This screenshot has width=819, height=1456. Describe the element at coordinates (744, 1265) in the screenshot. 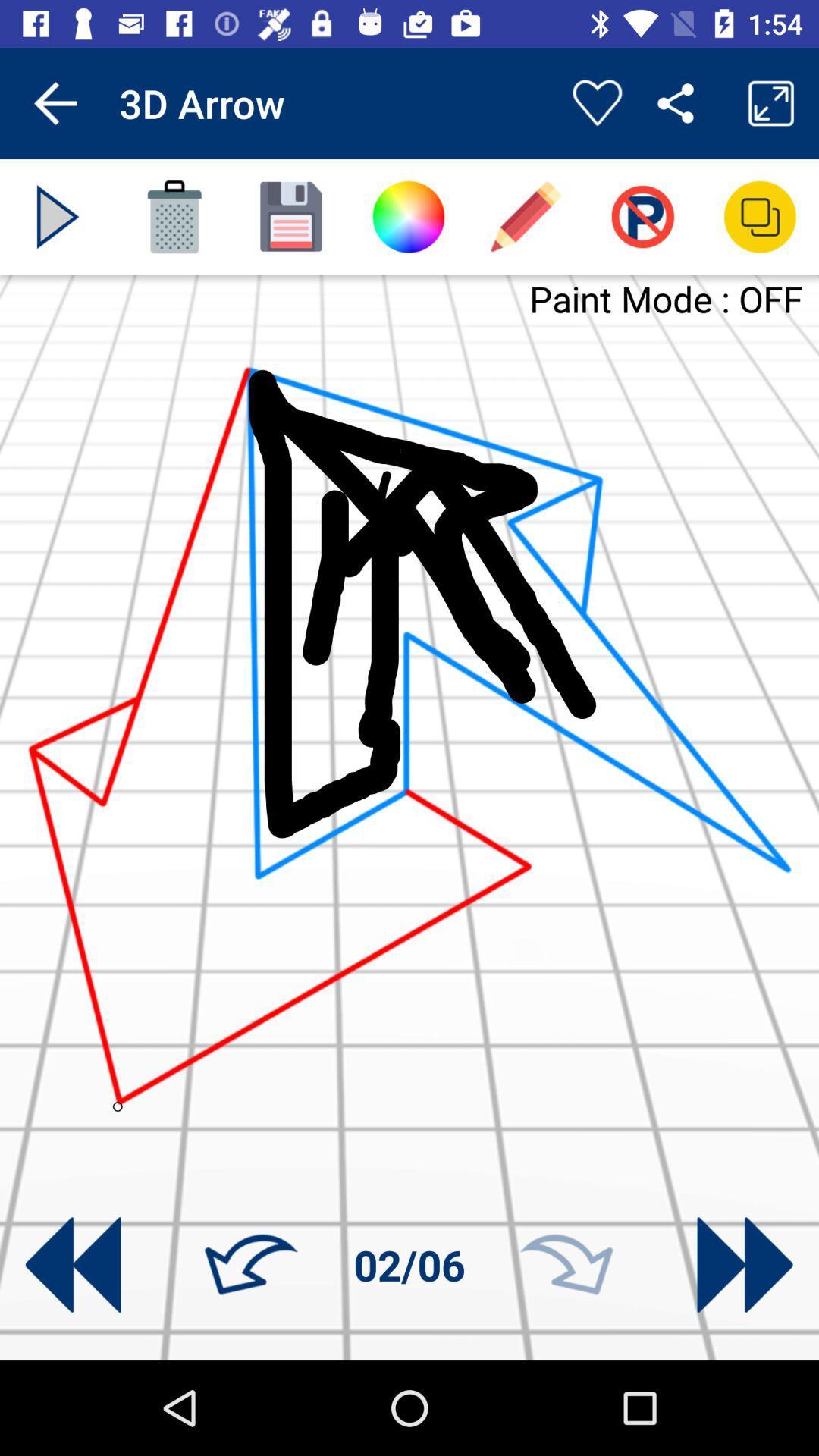

I see `rotate or switch images` at that location.